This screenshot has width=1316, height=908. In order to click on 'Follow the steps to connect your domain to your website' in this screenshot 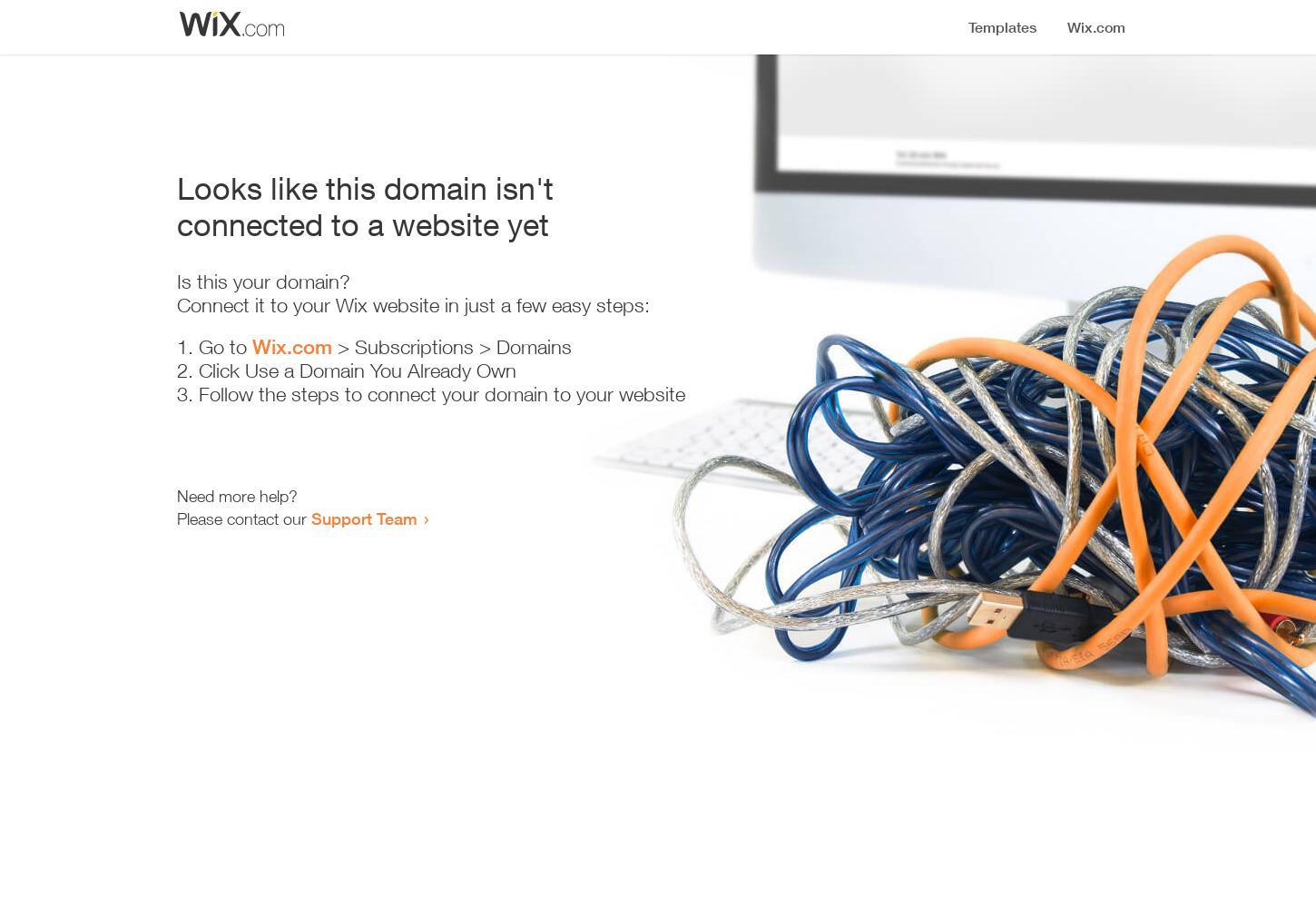, I will do `click(442, 394)`.